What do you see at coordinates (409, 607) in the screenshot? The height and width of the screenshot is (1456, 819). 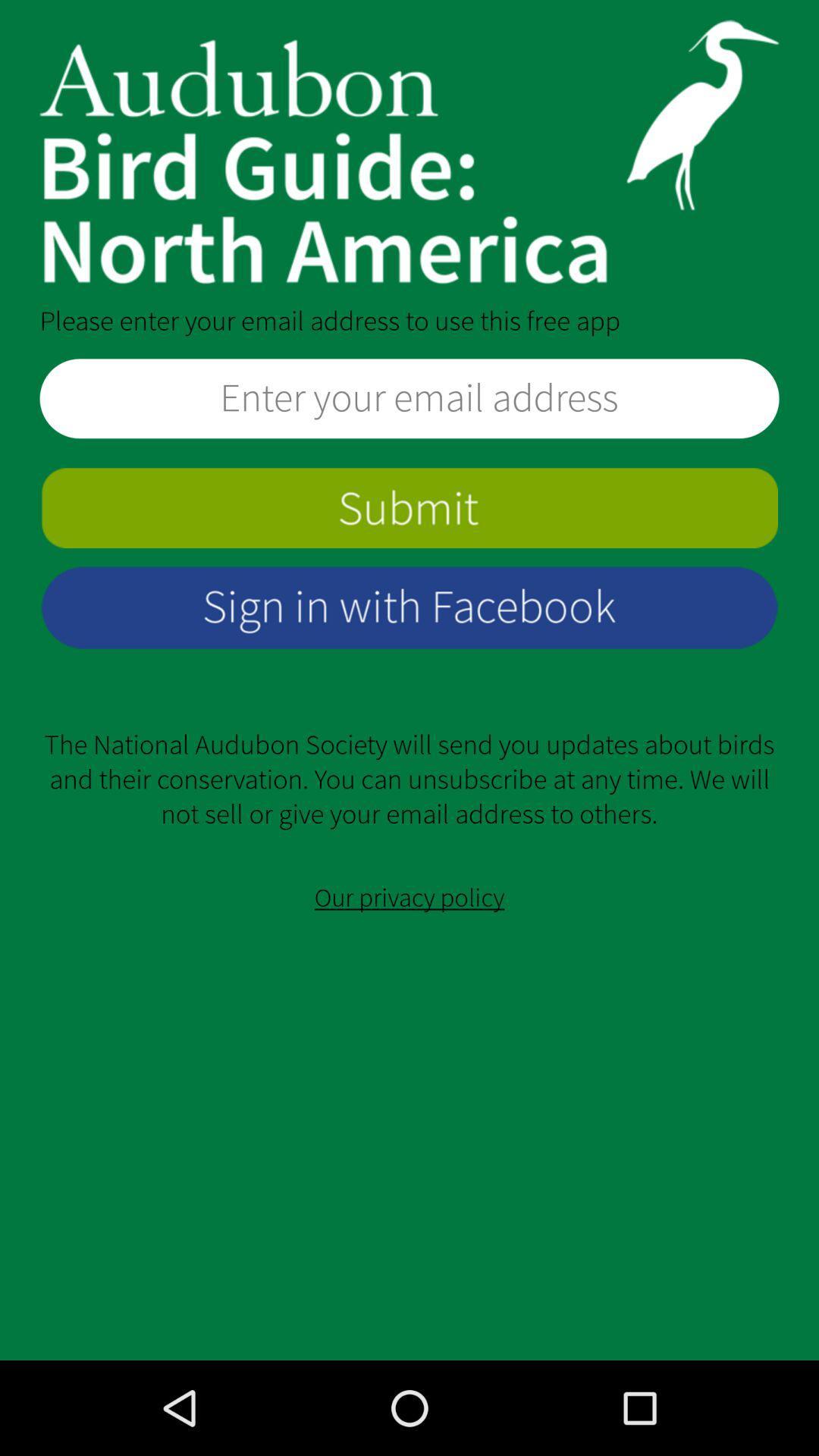 I see `sign in with facebook` at bounding box center [409, 607].